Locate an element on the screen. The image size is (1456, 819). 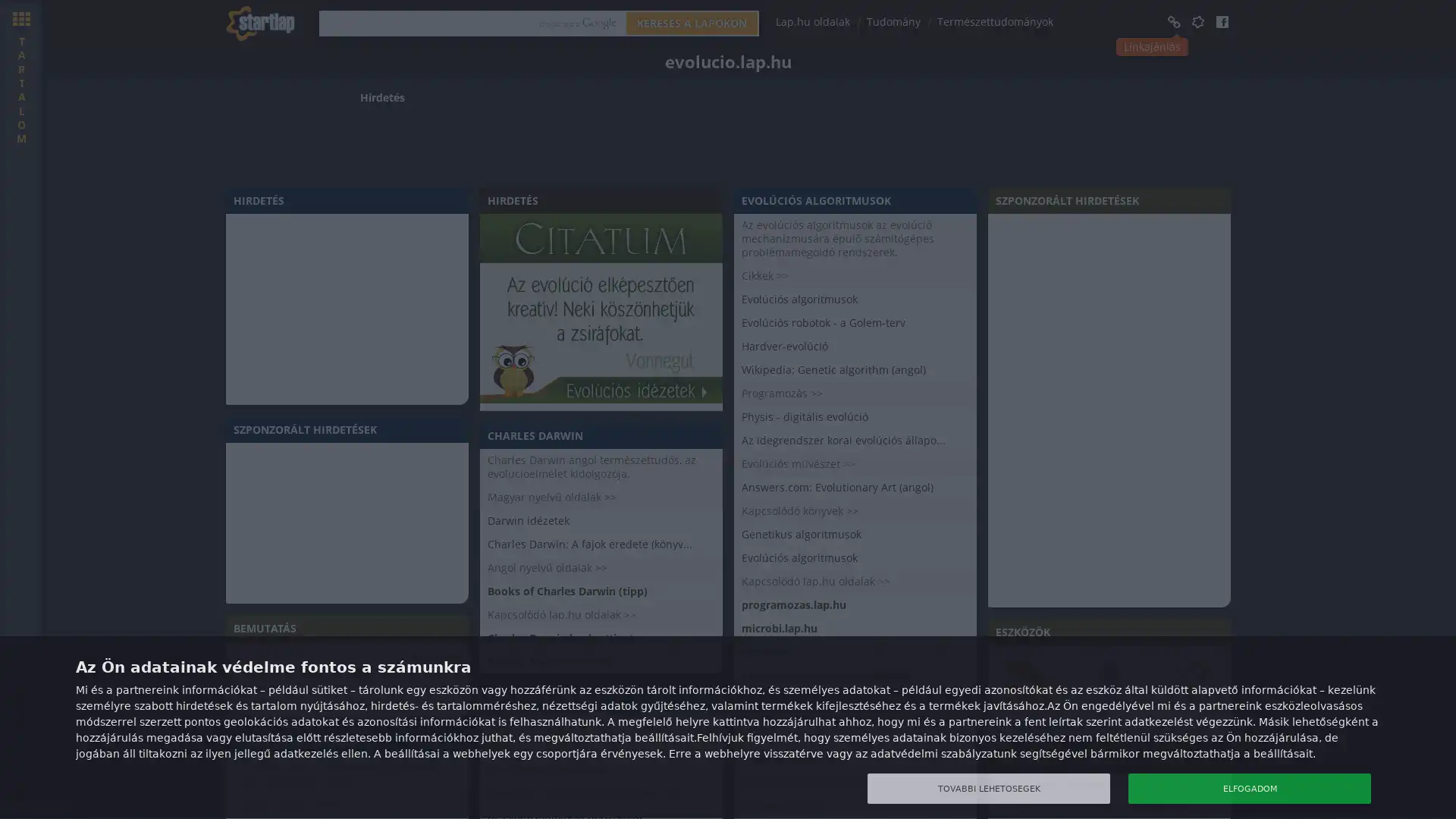
TOVABBI LEHETOSEGEK is located at coordinates (989, 788).